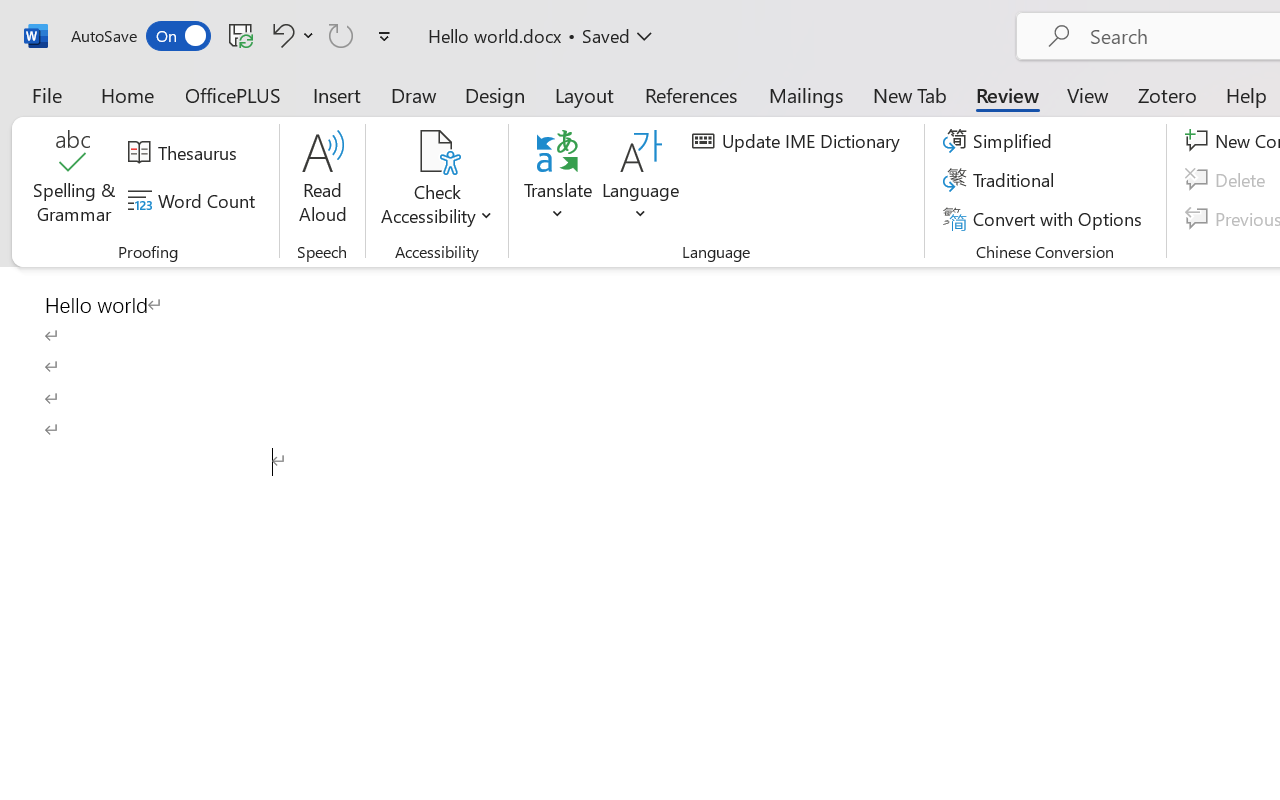  What do you see at coordinates (1007, 94) in the screenshot?
I see `'Review'` at bounding box center [1007, 94].